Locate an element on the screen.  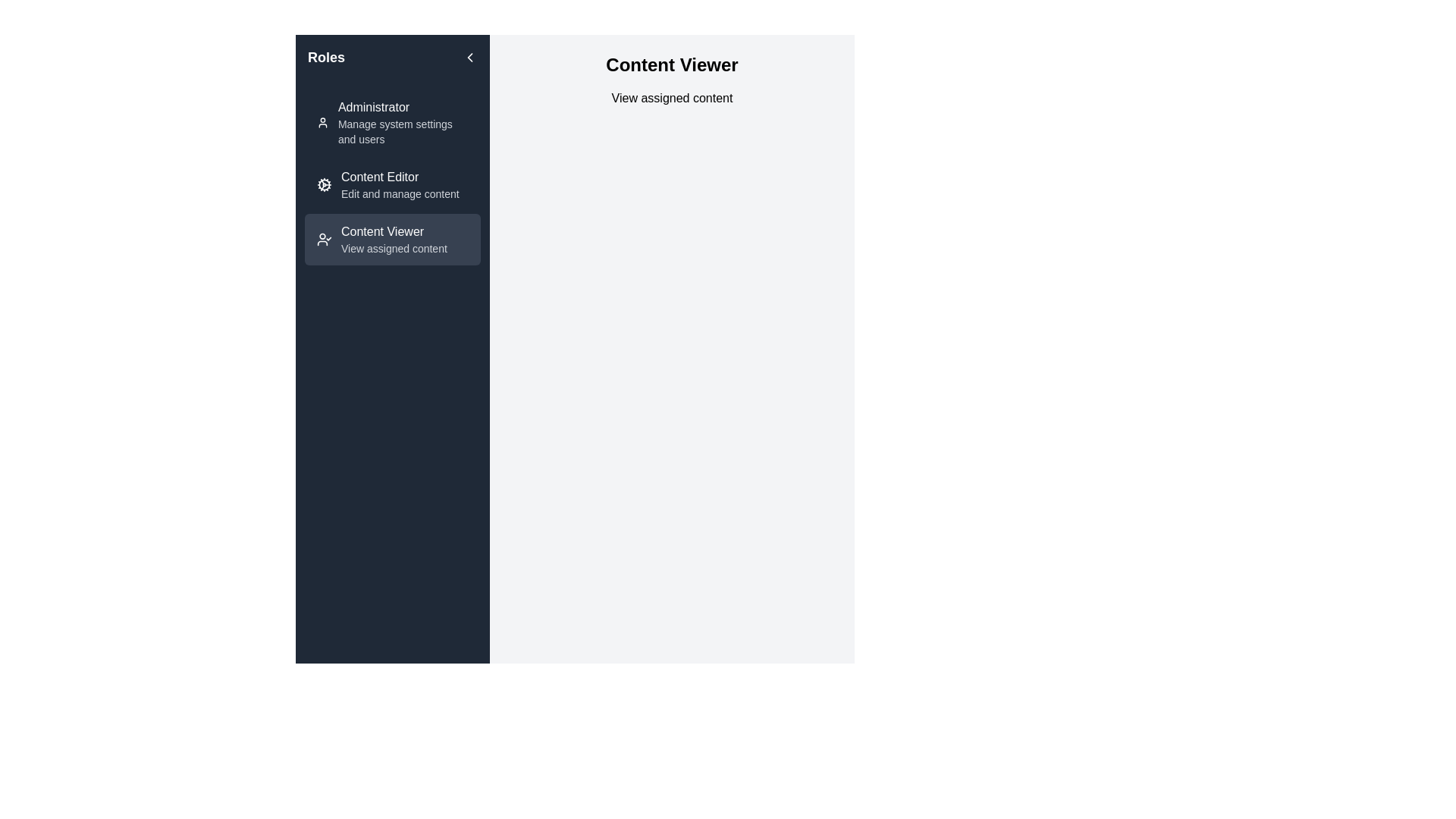
the cogwheel icon located on the left navigation panel within the 'Content Editor' menu is located at coordinates (323, 184).